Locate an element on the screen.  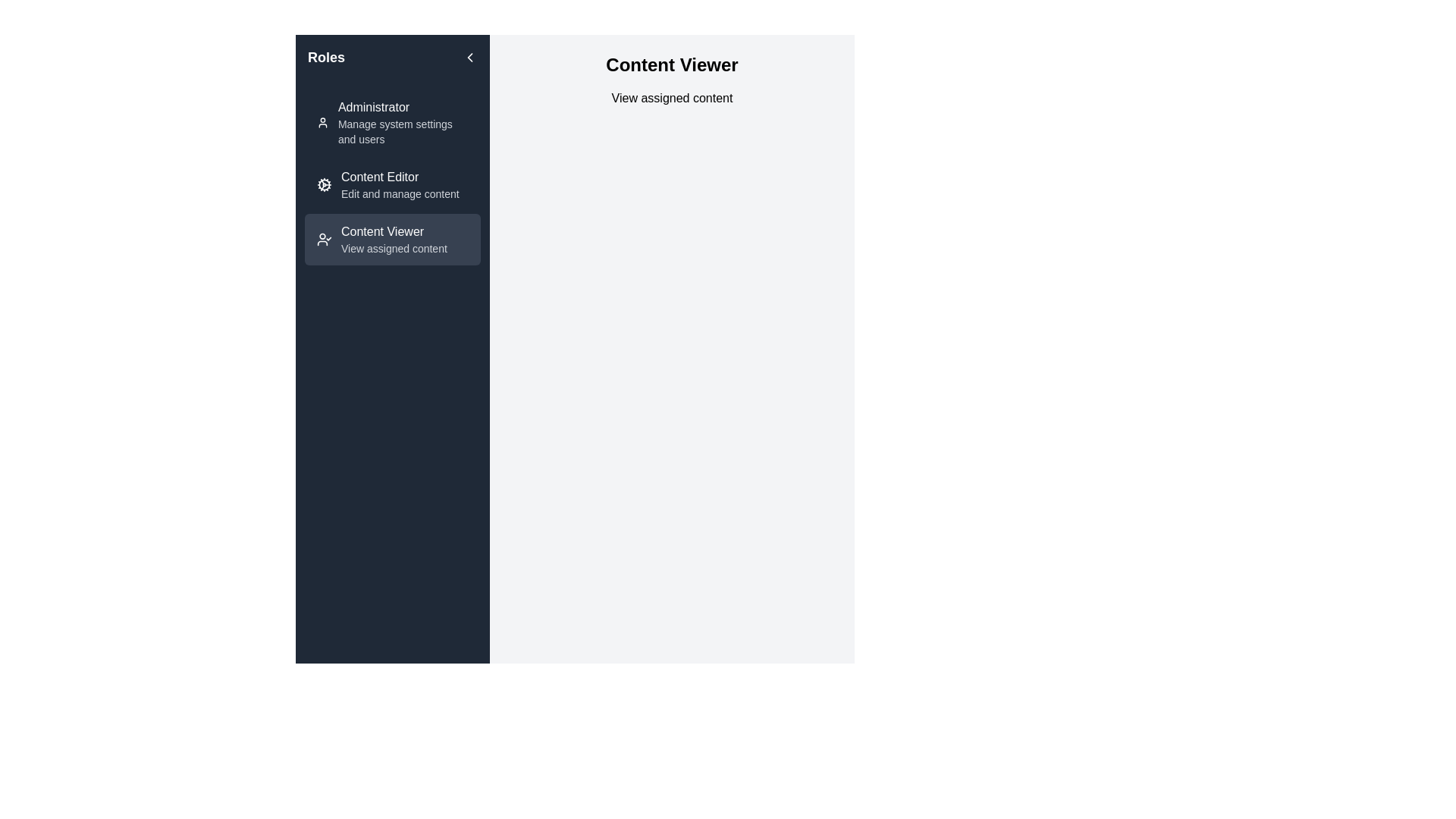
the cogwheel icon located on the left navigation panel within the 'Content Editor' menu is located at coordinates (323, 184).